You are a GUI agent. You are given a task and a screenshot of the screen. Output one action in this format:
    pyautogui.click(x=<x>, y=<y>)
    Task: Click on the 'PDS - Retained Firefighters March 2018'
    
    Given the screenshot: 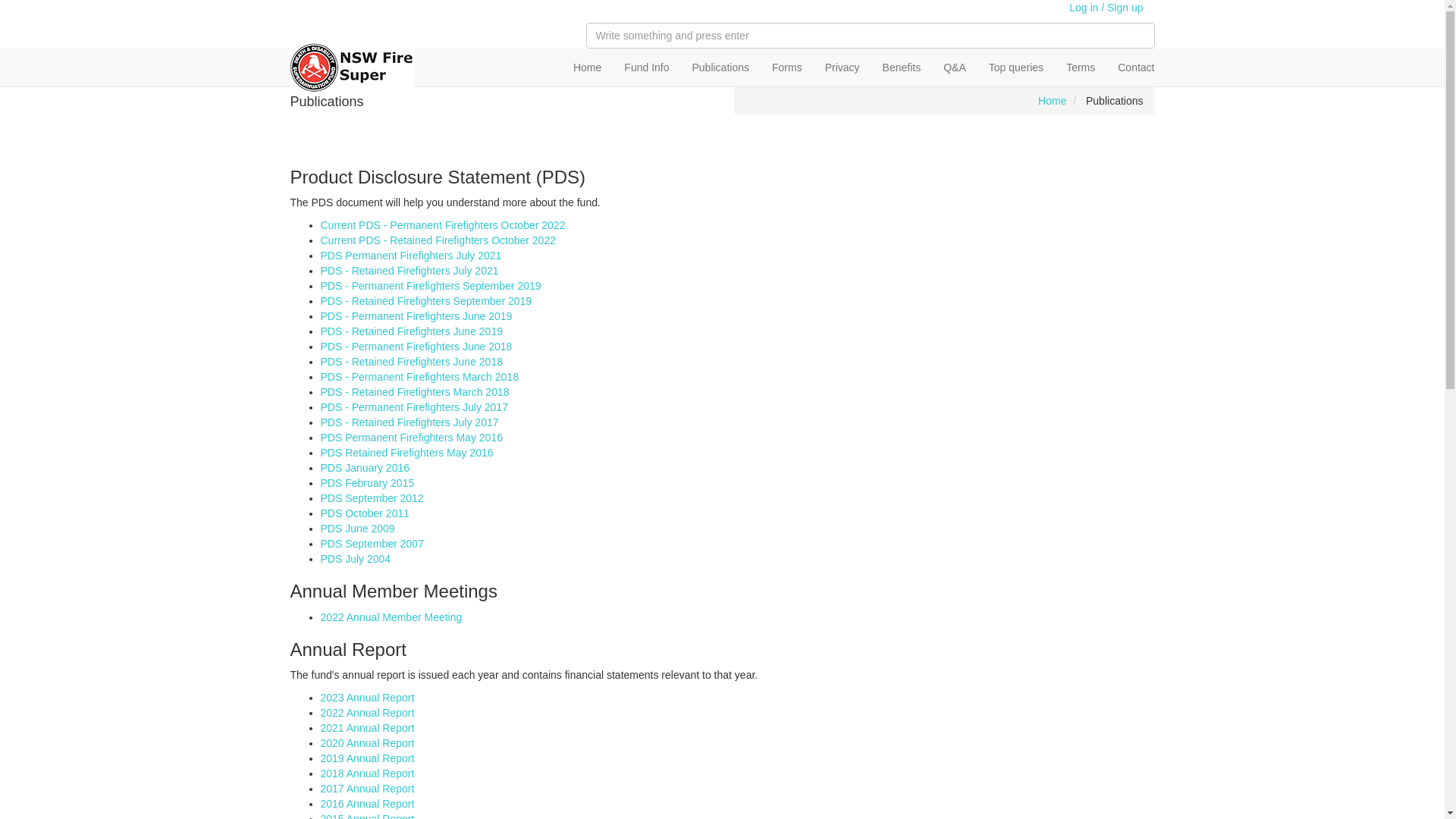 What is the action you would take?
    pyautogui.click(x=319, y=391)
    